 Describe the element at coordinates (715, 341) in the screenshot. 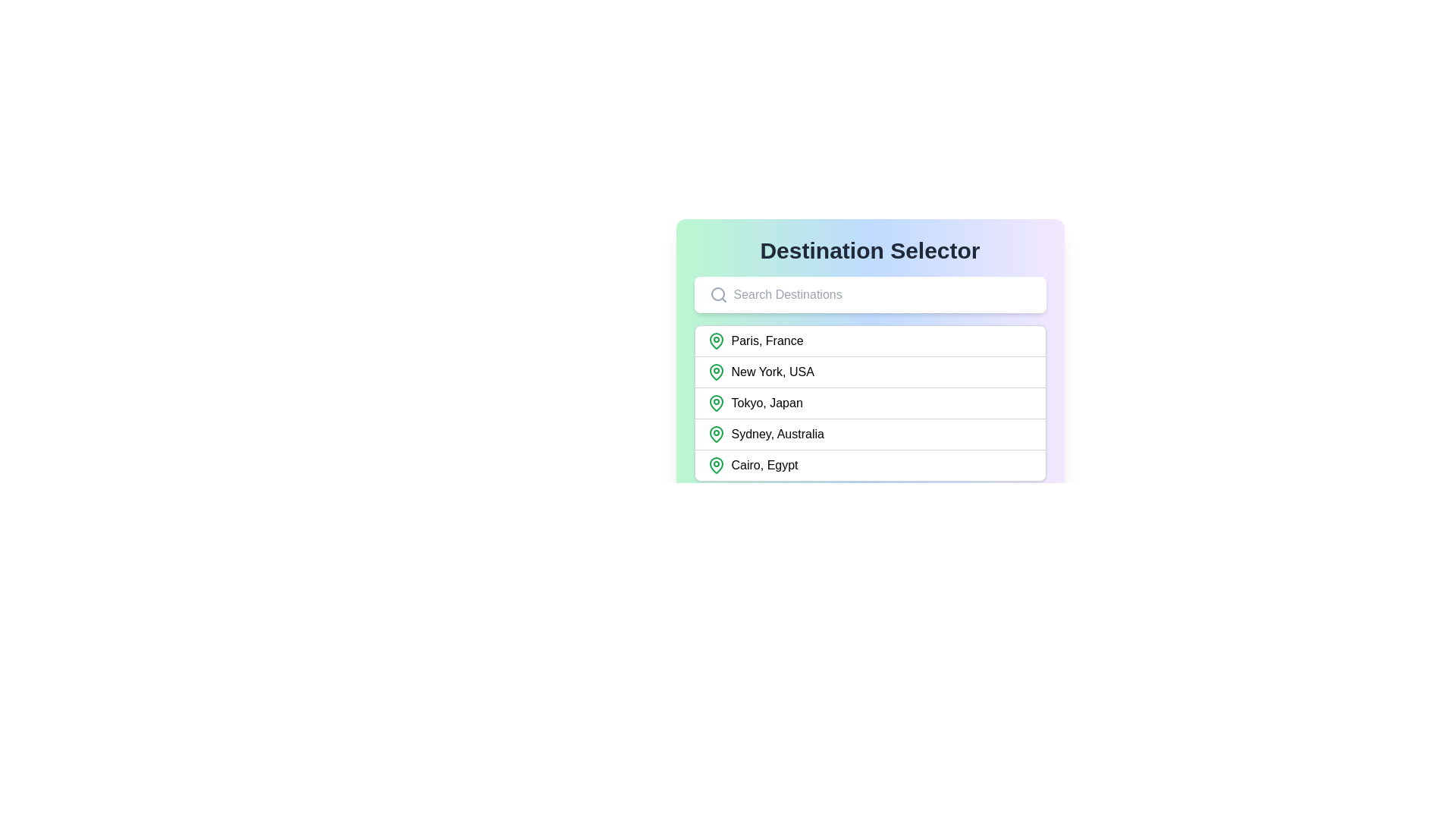

I see `the map pin icon representing the destination 'Paris, France', which is located in the first row of the destination list, to the immediate left of the associated text` at that location.